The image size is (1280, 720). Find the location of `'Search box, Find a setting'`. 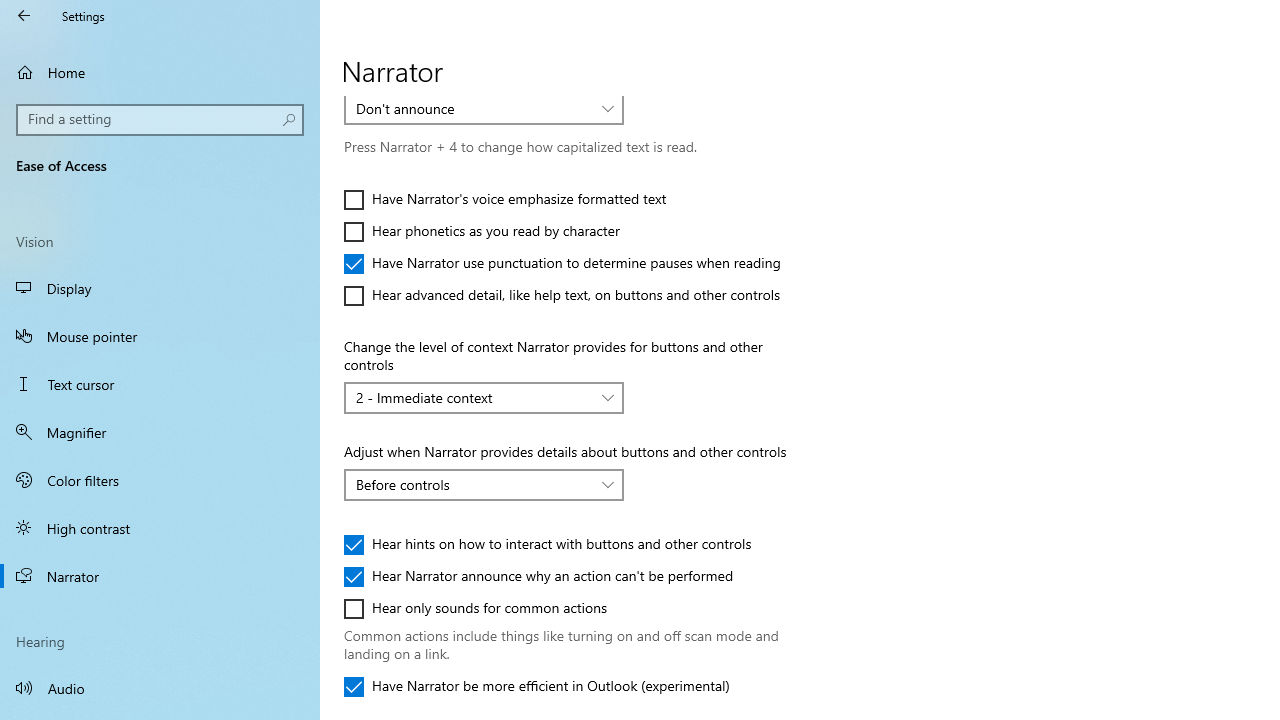

'Search box, Find a setting' is located at coordinates (160, 119).